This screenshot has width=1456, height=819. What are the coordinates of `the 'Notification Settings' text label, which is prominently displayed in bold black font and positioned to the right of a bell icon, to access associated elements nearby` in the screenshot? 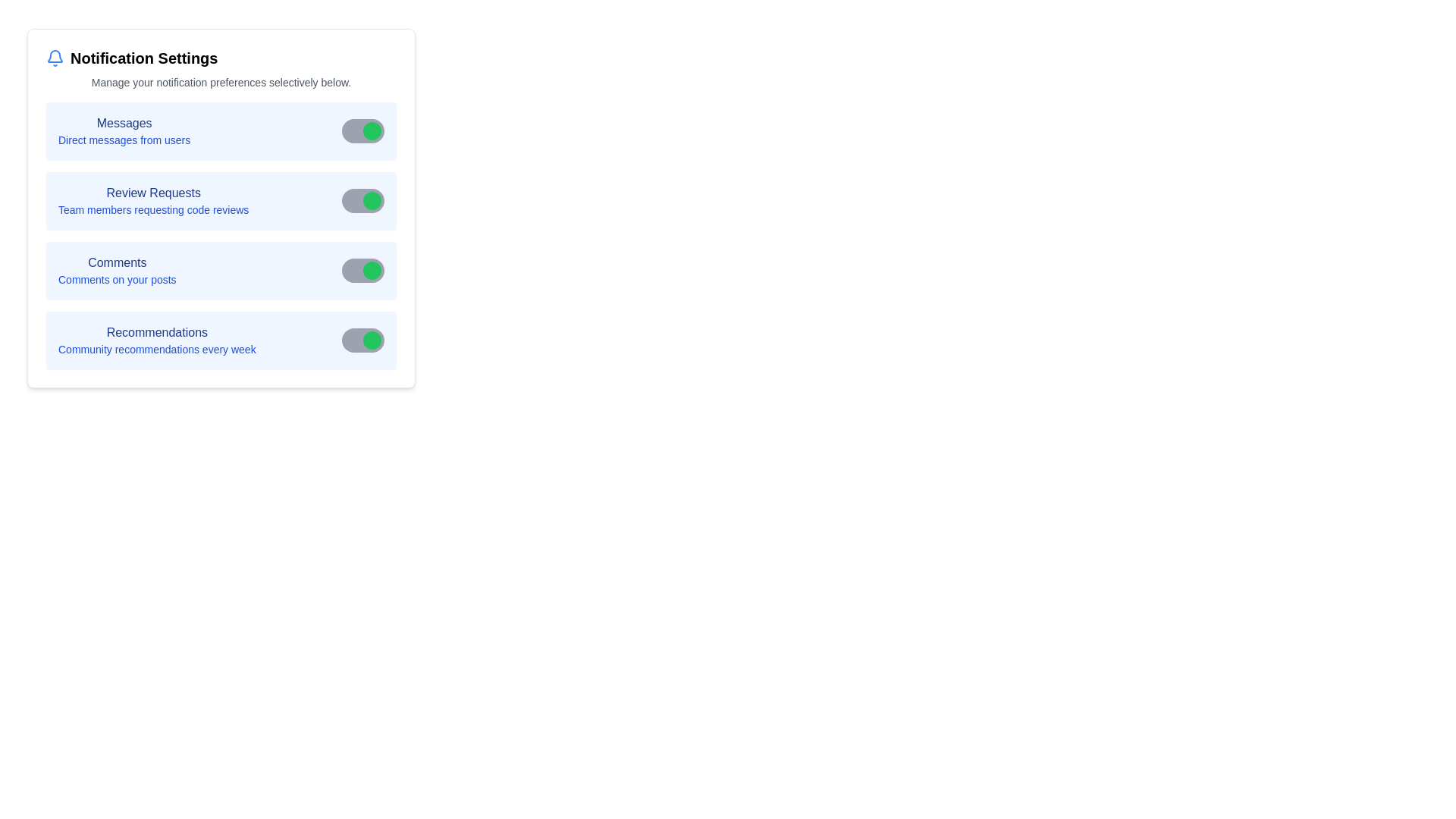 It's located at (144, 58).